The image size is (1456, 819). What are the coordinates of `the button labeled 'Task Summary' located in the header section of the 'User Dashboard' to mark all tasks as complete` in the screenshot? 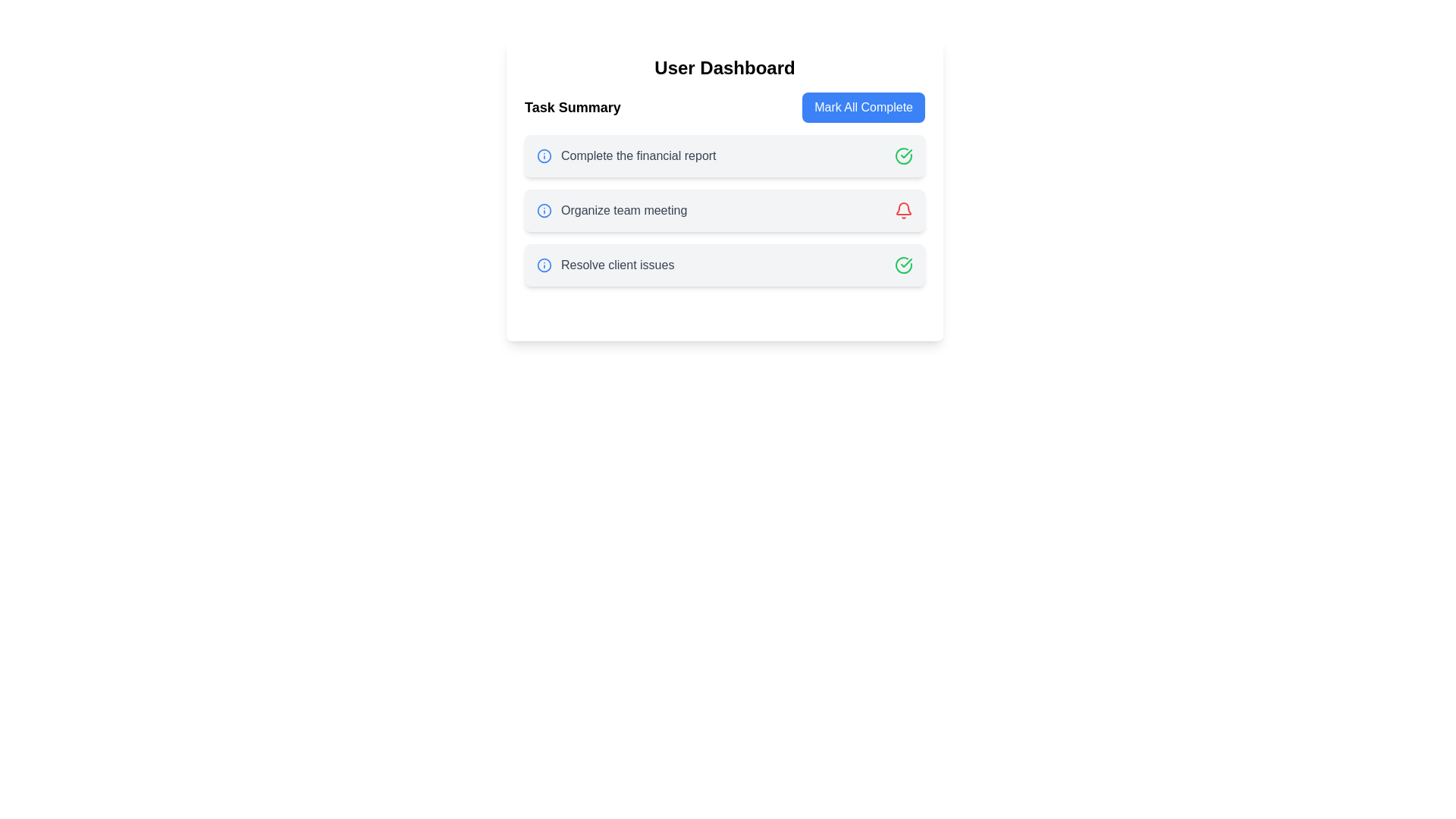 It's located at (864, 107).